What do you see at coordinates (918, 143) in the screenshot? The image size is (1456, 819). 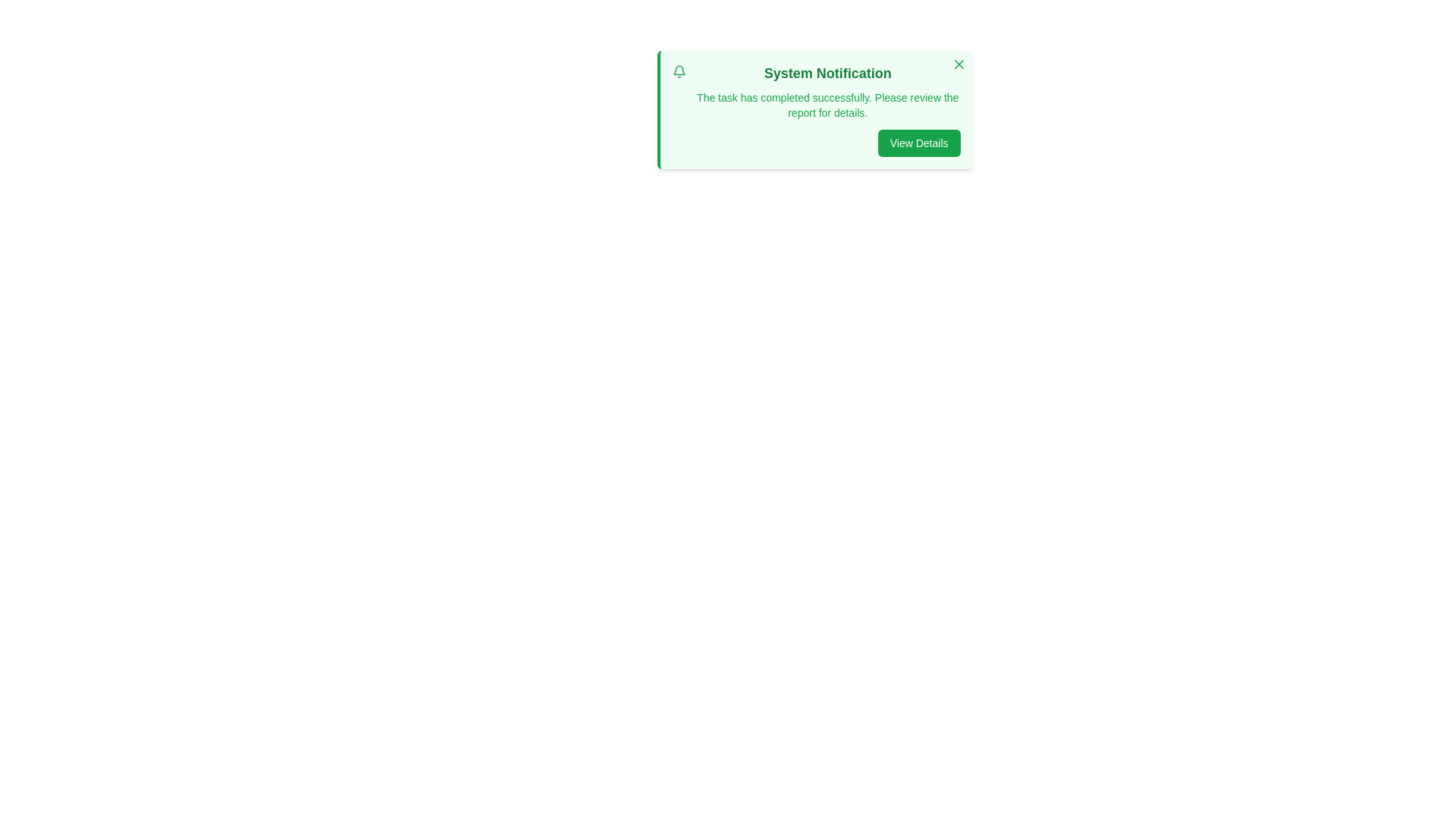 I see `'View Details' button to view additional information` at bounding box center [918, 143].